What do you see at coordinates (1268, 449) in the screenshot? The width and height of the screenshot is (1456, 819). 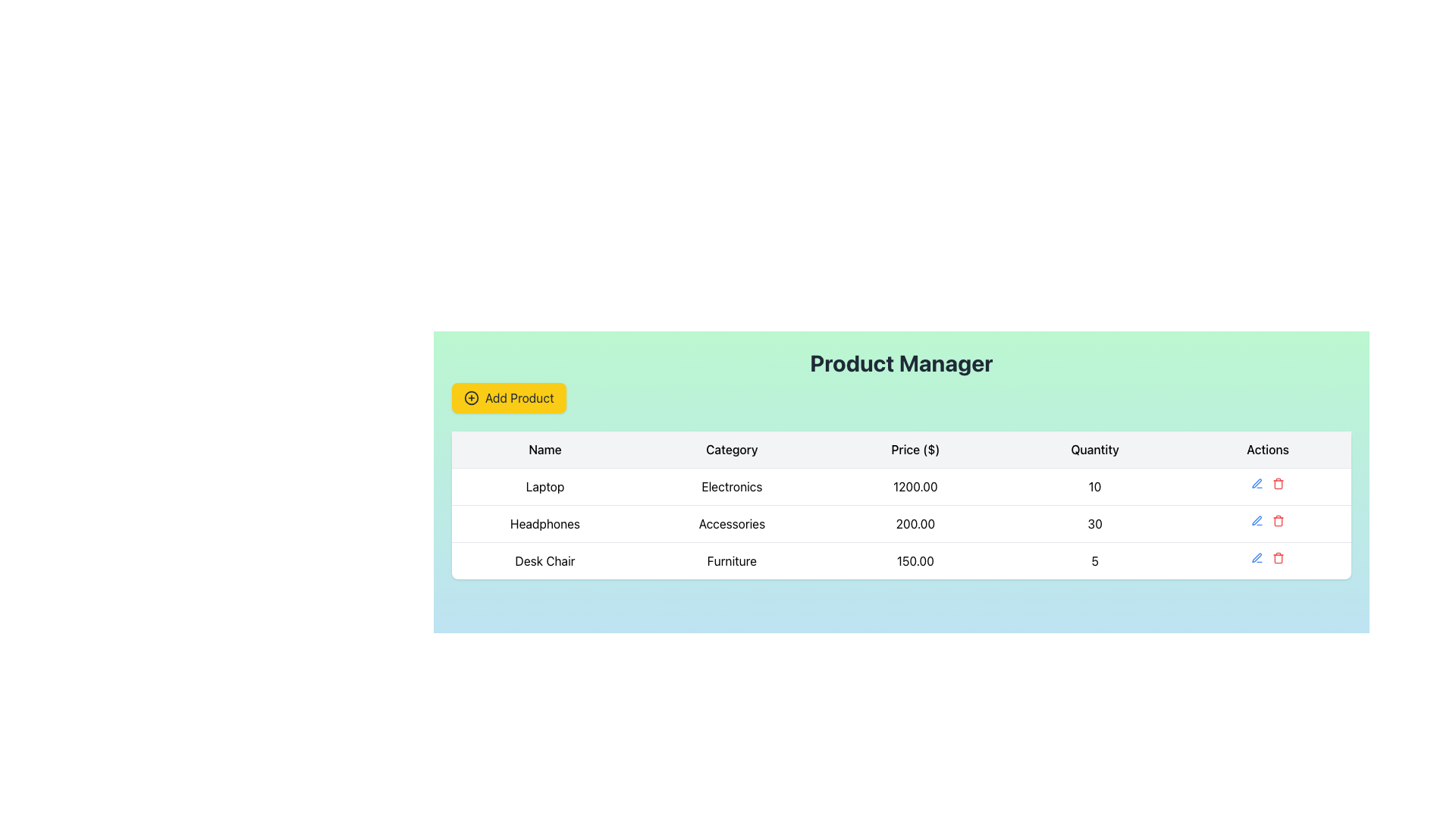 I see `the table header cell displaying 'Actions', which is the fifth column in the header row with a light background and black typography` at bounding box center [1268, 449].